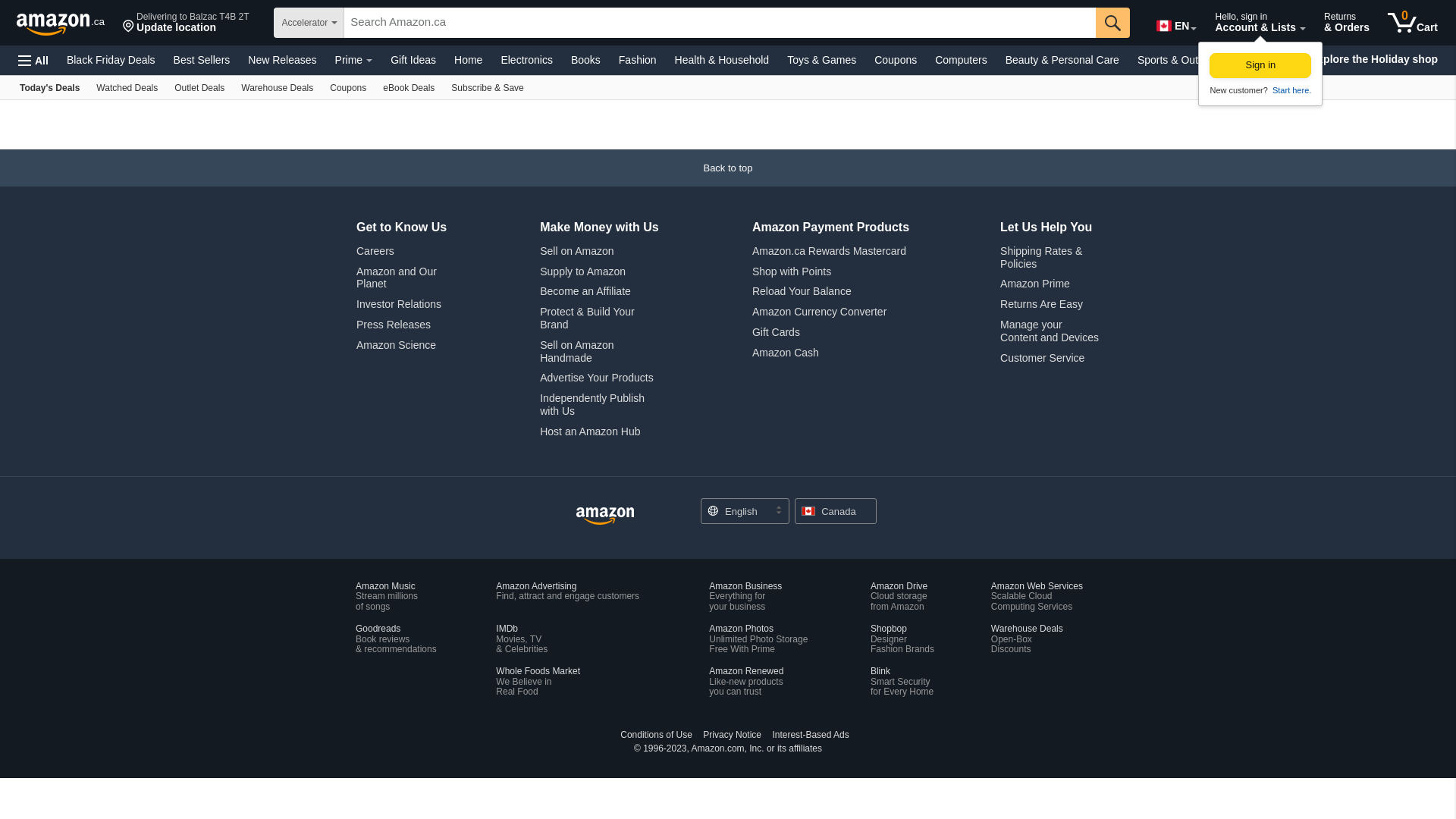  Describe the element at coordinates (1128, 58) in the screenshot. I see `'Sports & Outdoors'` at that location.